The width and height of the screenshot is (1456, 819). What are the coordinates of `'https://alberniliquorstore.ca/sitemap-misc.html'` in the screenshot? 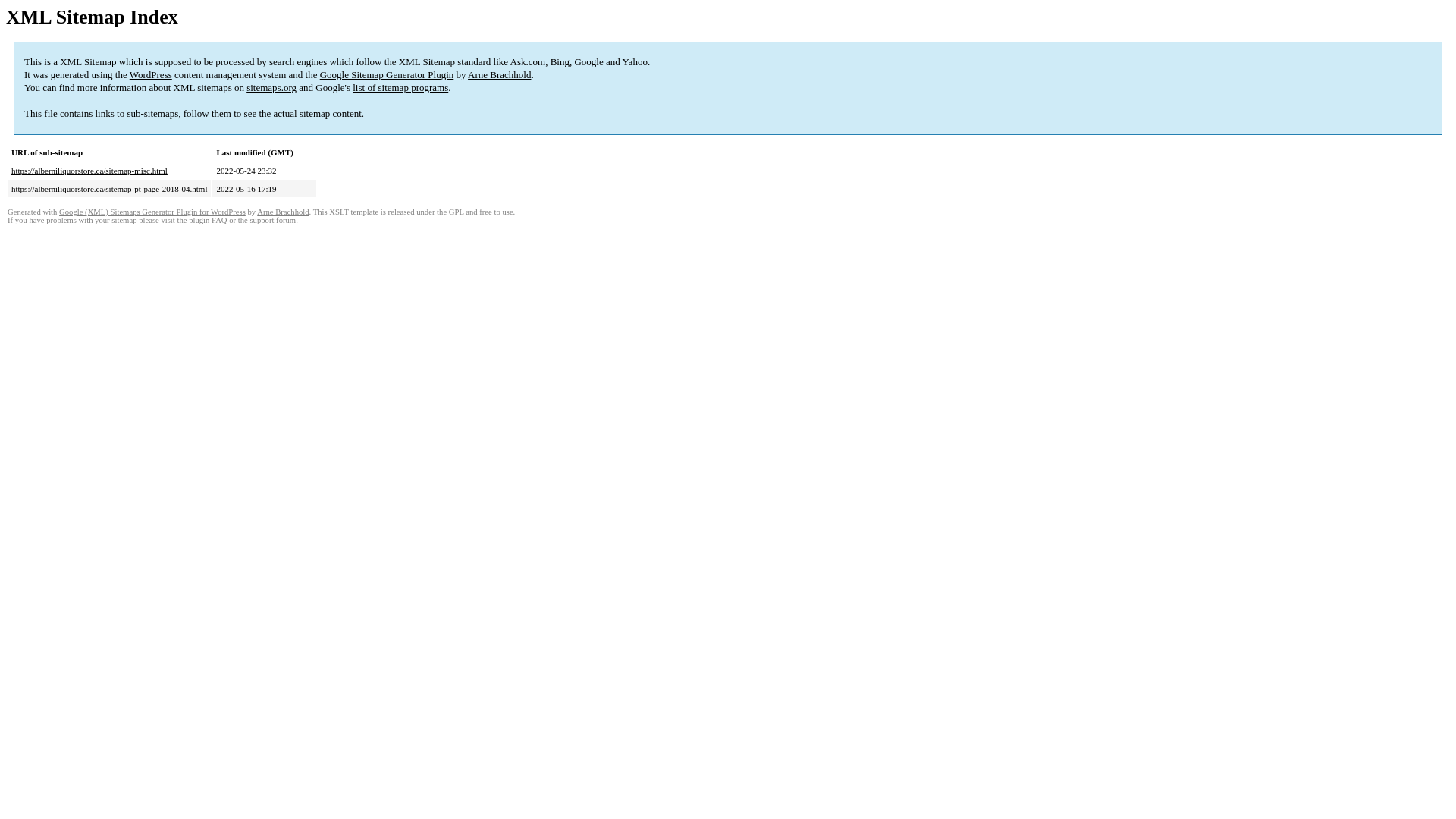 It's located at (11, 170).